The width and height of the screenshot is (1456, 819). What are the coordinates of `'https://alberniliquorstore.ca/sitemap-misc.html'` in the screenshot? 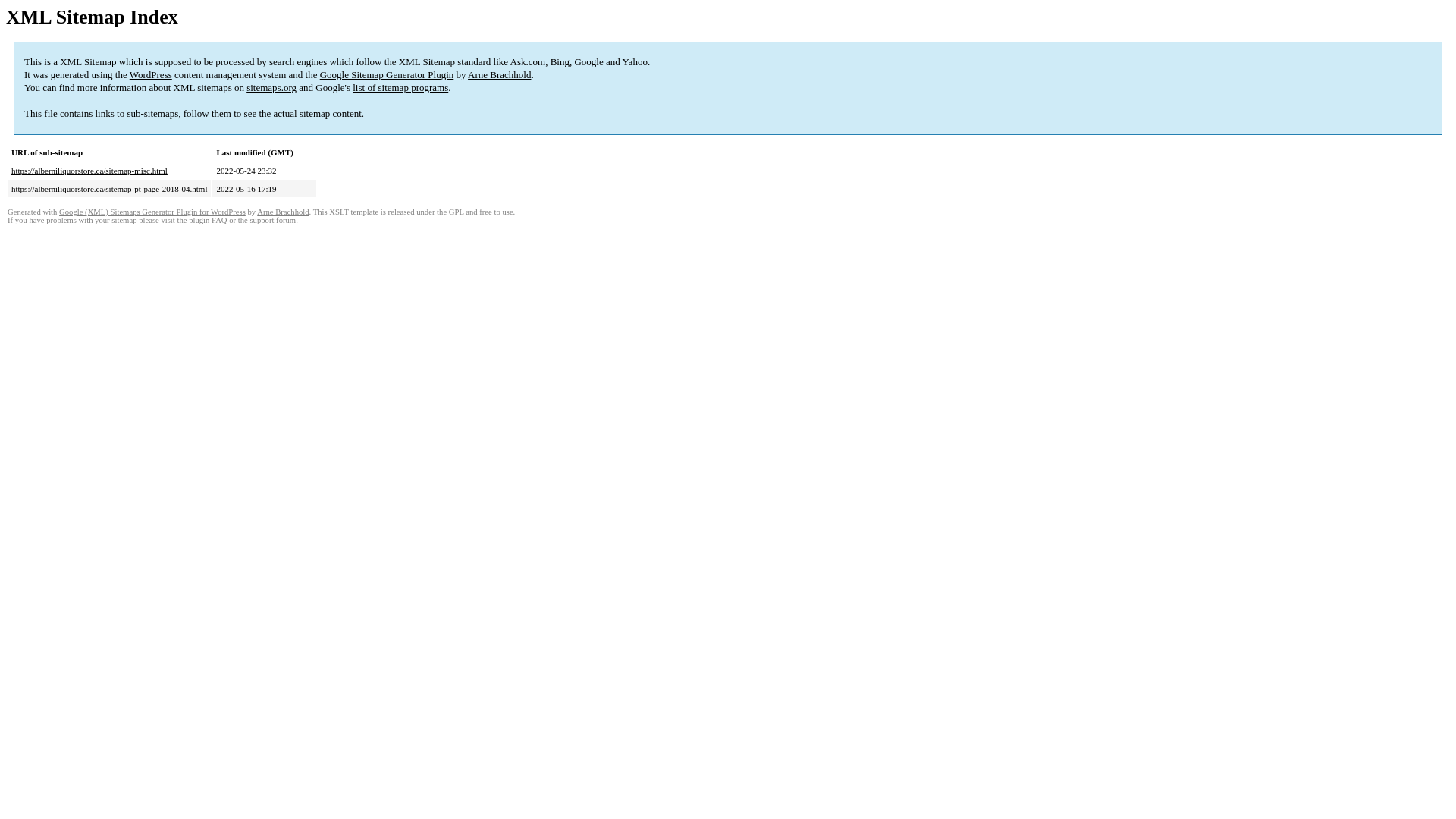 It's located at (11, 170).